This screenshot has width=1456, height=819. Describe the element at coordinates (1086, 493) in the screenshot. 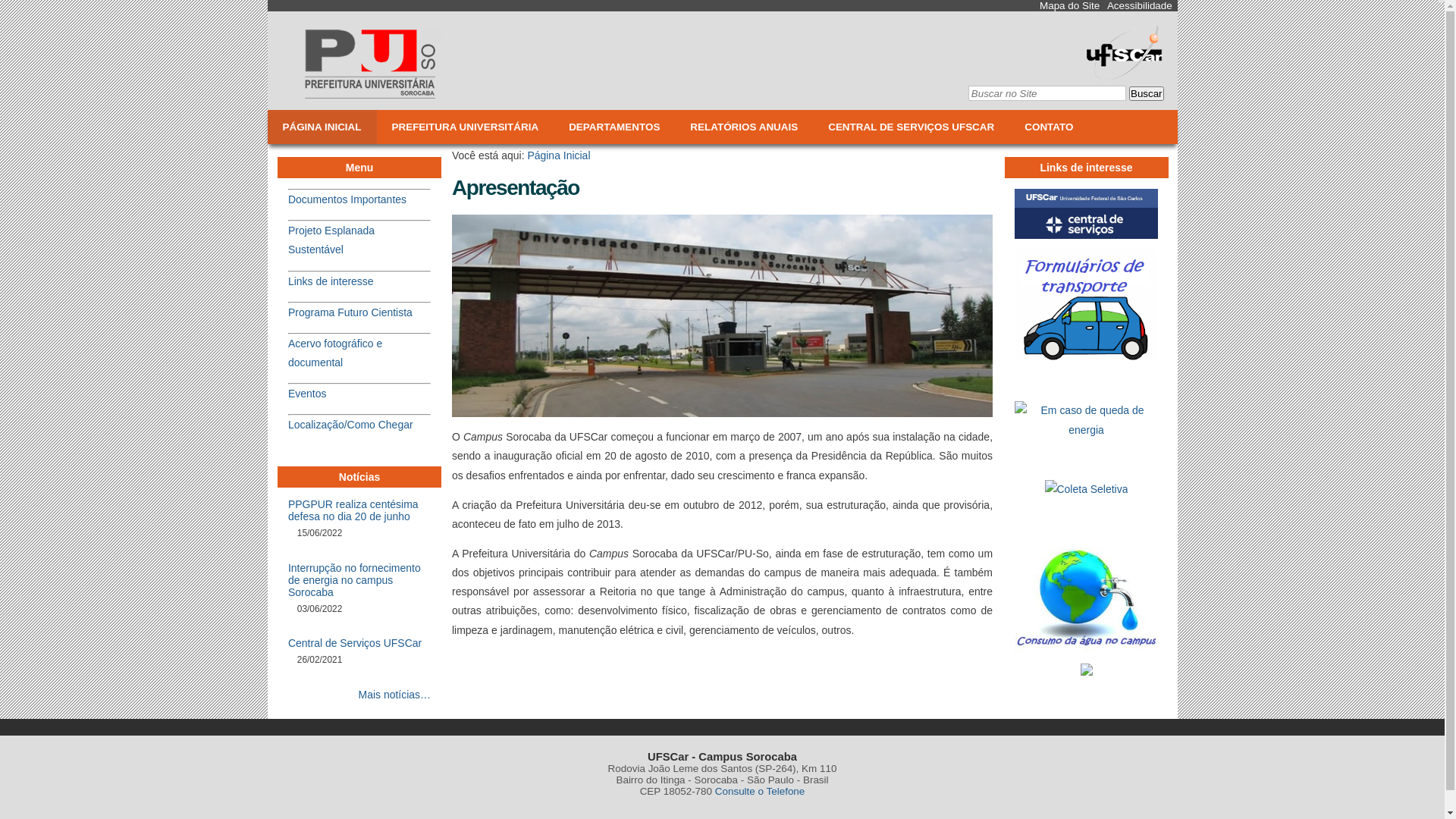

I see `'Coleta Seletiva'` at that location.